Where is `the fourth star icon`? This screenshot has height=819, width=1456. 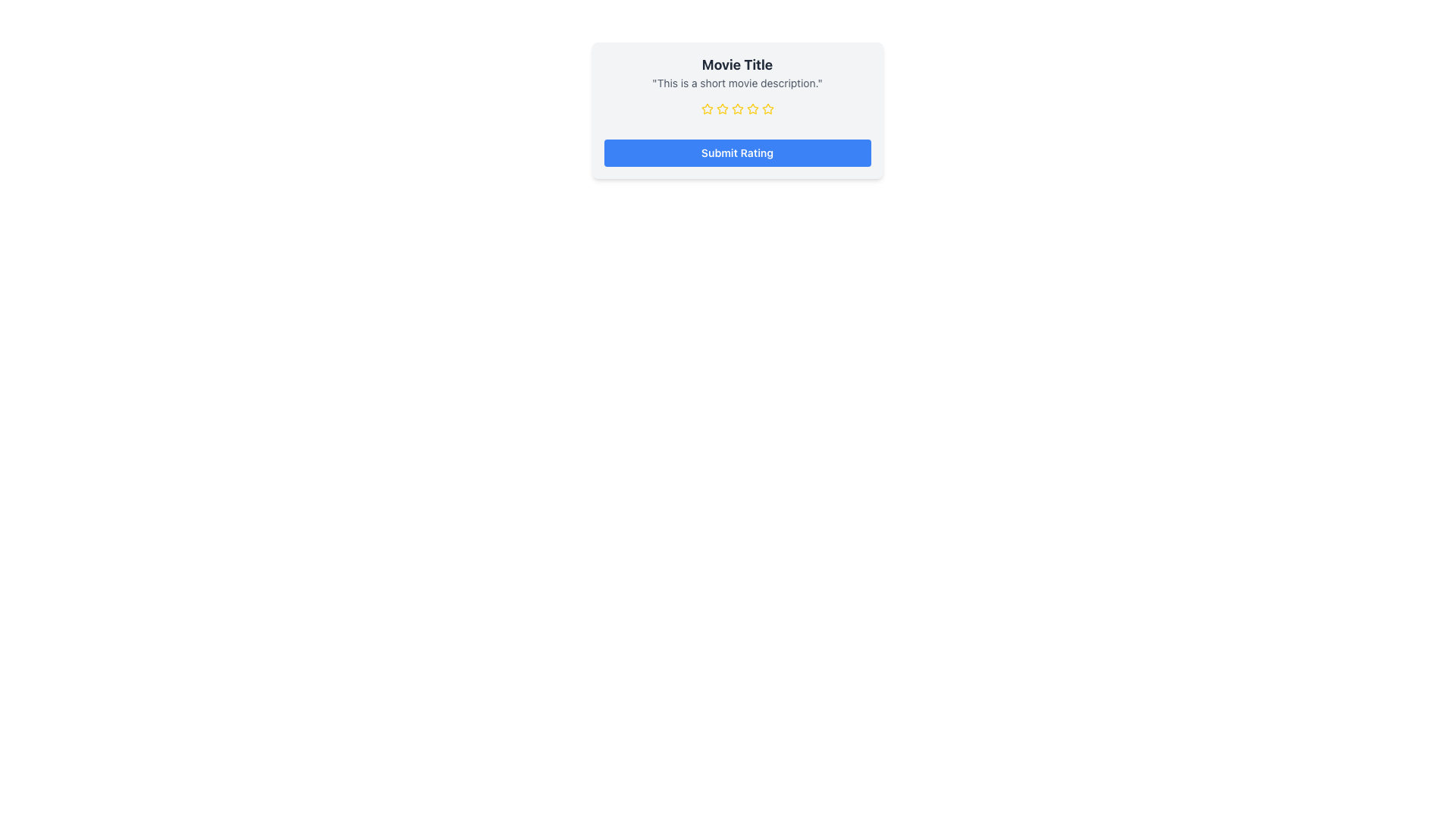
the fourth star icon is located at coordinates (737, 108).